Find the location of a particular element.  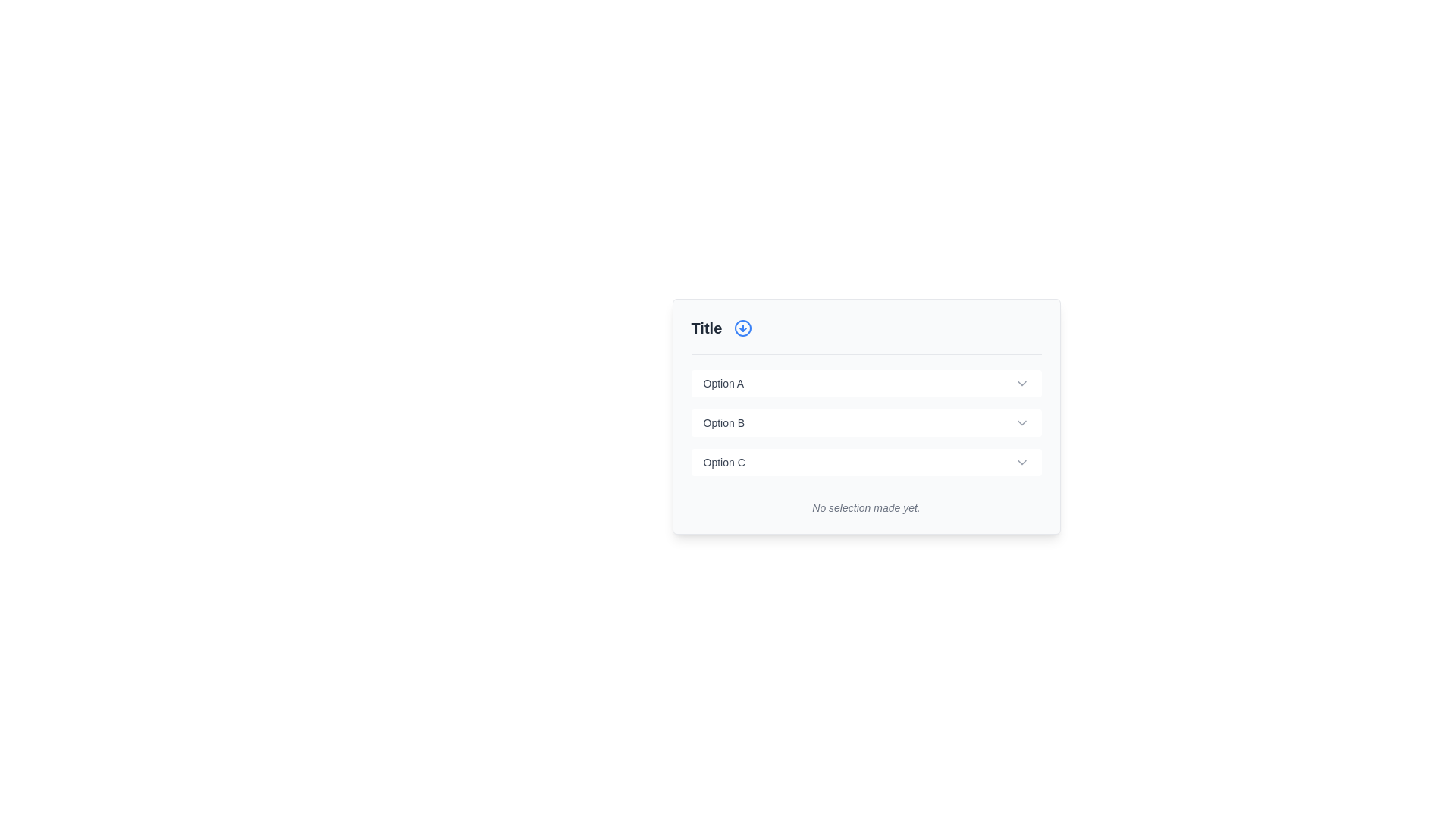

the Dropdown menu item labeled 'Option C' is located at coordinates (866, 461).